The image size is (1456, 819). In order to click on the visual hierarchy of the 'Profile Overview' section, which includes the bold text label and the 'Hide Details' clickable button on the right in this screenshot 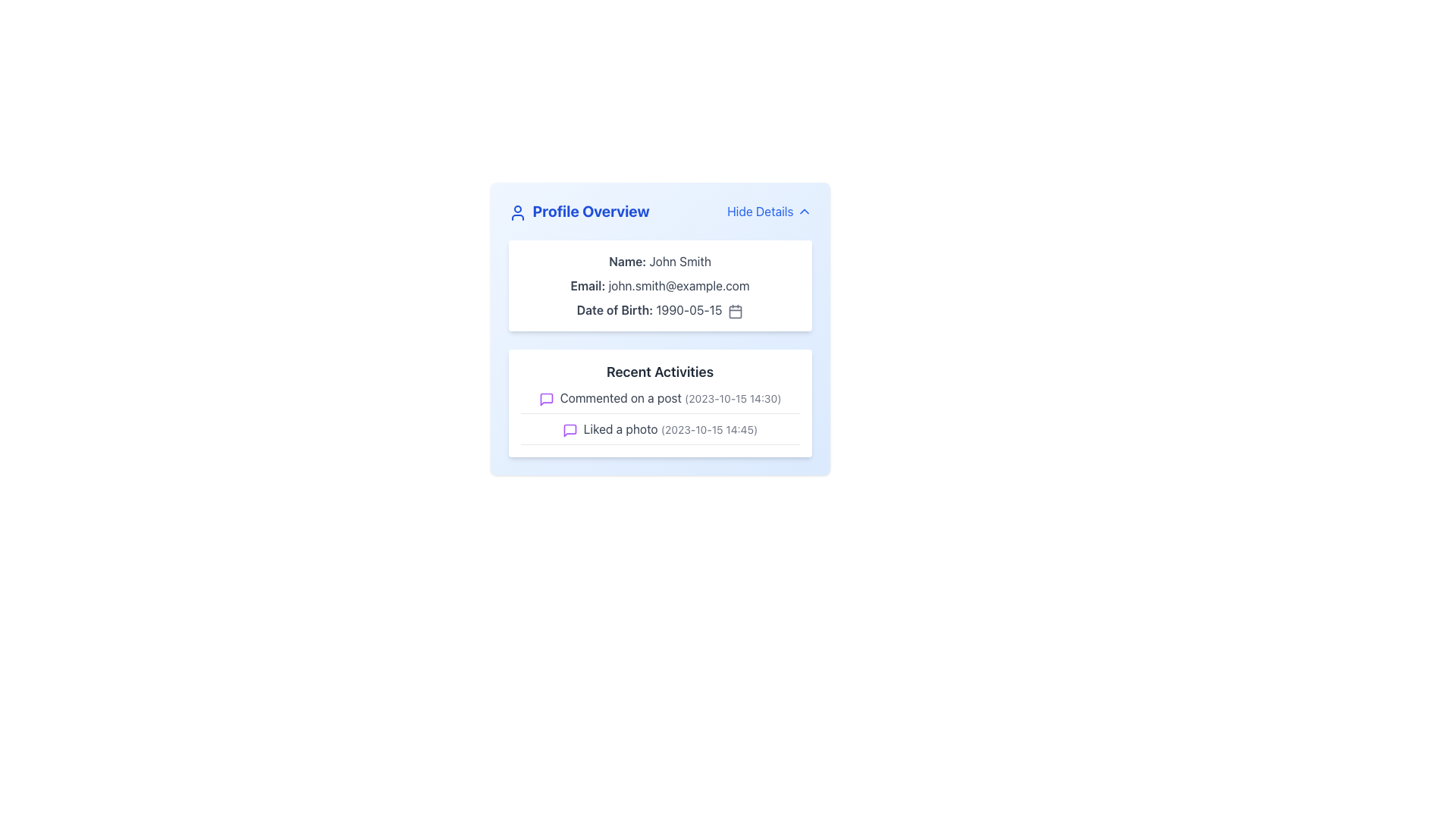, I will do `click(660, 211)`.